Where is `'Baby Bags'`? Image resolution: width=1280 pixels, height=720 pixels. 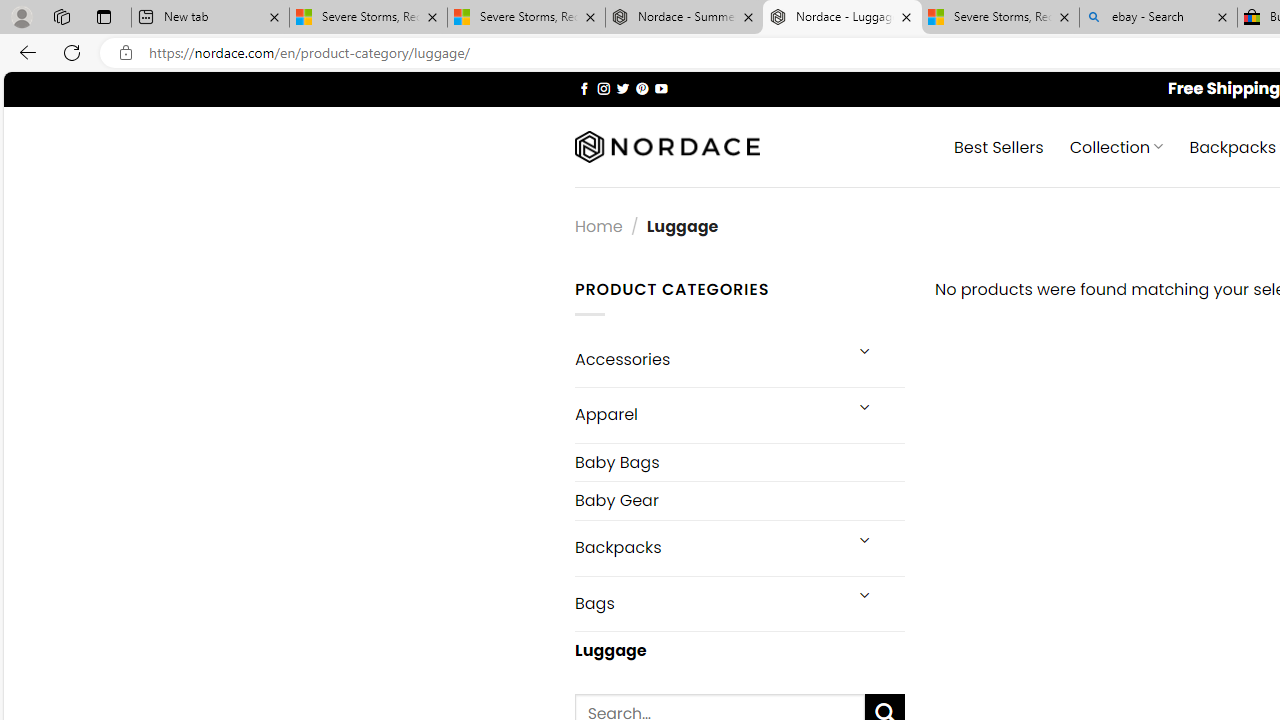 'Baby Bags' is located at coordinates (738, 461).